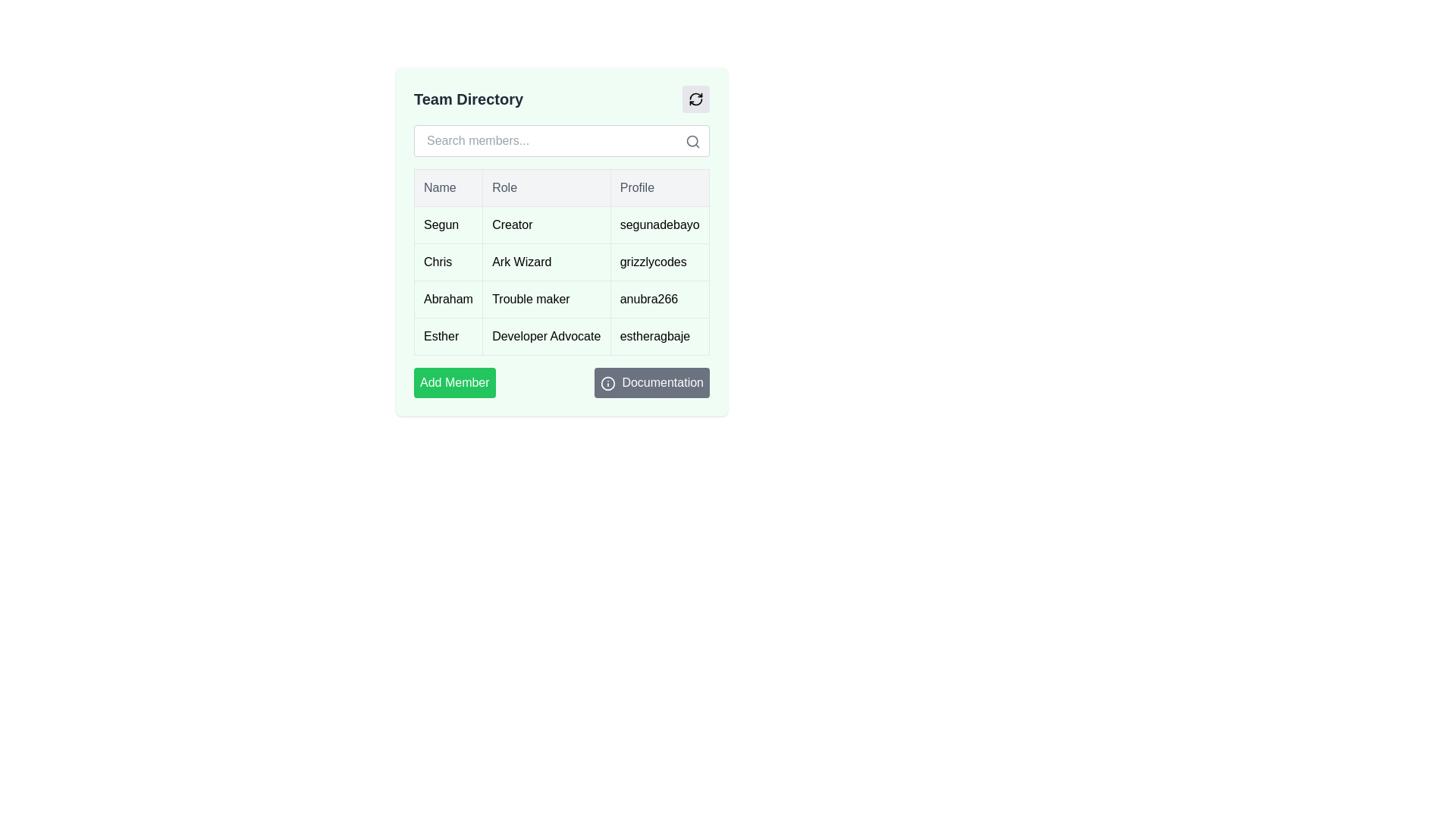 This screenshot has width=1456, height=819. Describe the element at coordinates (447, 335) in the screenshot. I see `the label containing the text 'Esther', which is styled with a simple border and padding, located in the 'Team Directory' panel, specifically in the fourth row of the table under the 'Name' column adjacent to the 'Developer Advocate' cell` at that location.